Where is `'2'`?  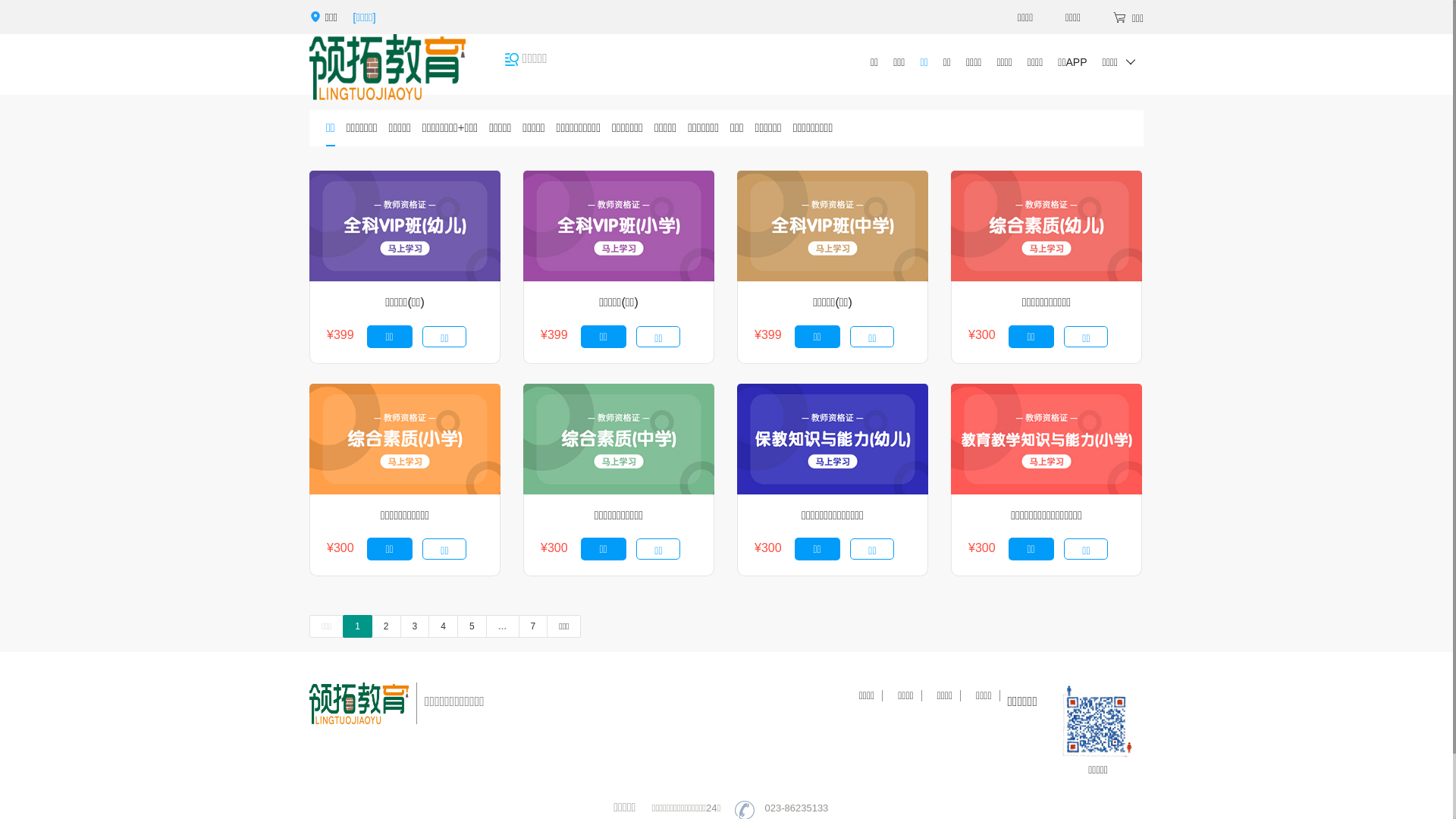 '2' is located at coordinates (386, 626).